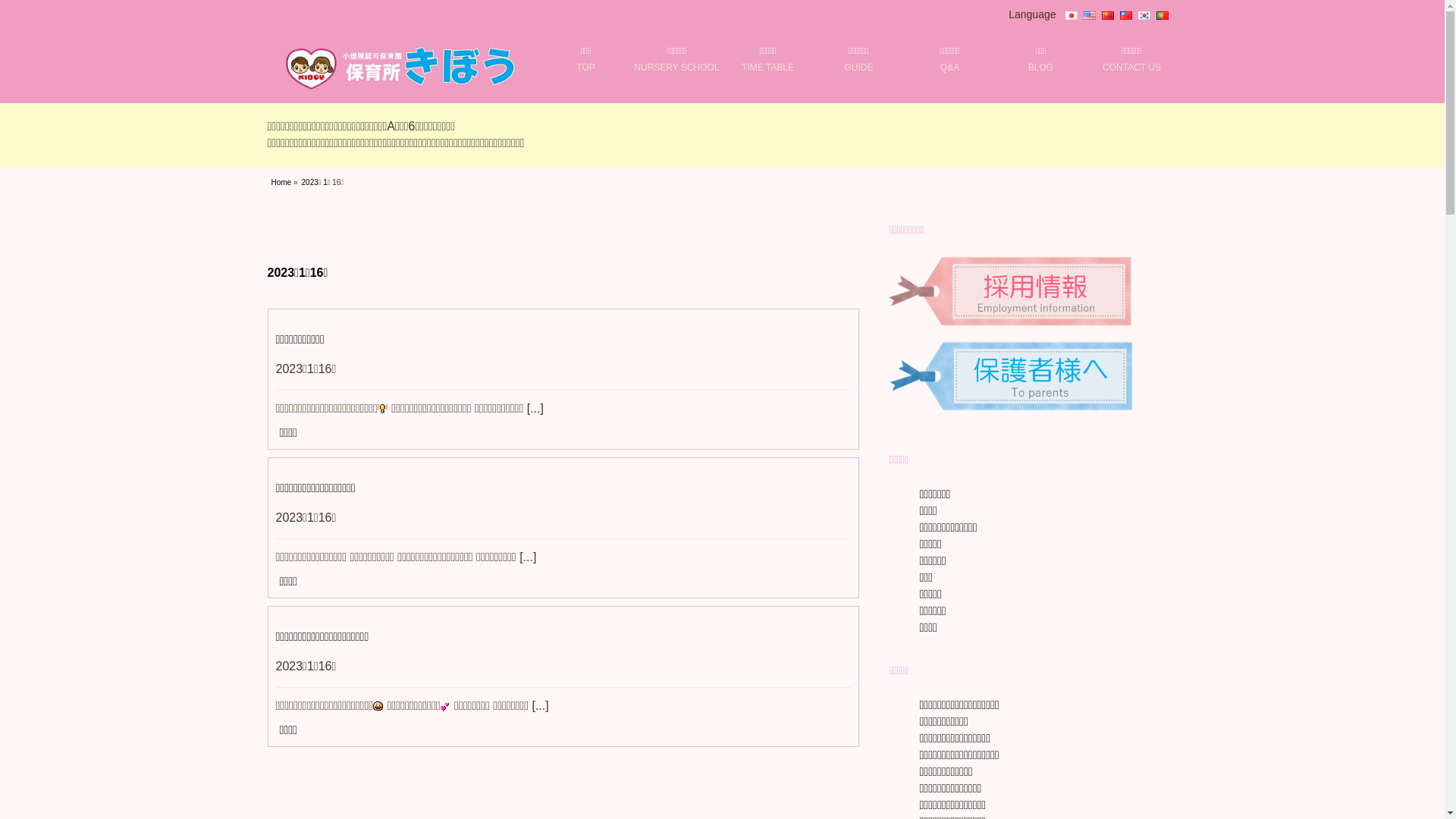  I want to click on 'Home', so click(271, 181).